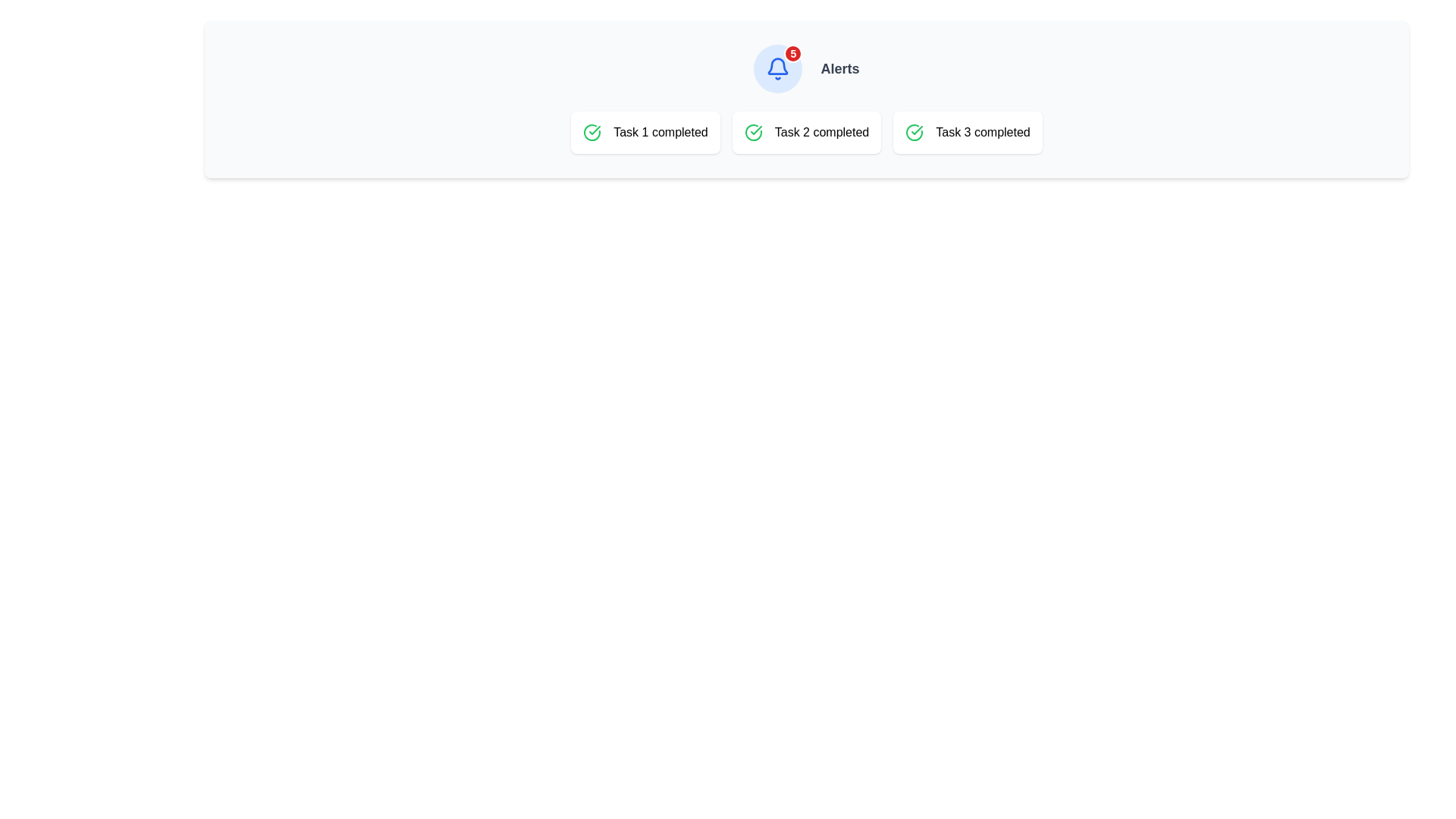 The width and height of the screenshot is (1456, 819). Describe the element at coordinates (839, 69) in the screenshot. I see `the Text Label that provides context for alert-related functionalities, located to the right of a bell icon and notification counter` at that location.